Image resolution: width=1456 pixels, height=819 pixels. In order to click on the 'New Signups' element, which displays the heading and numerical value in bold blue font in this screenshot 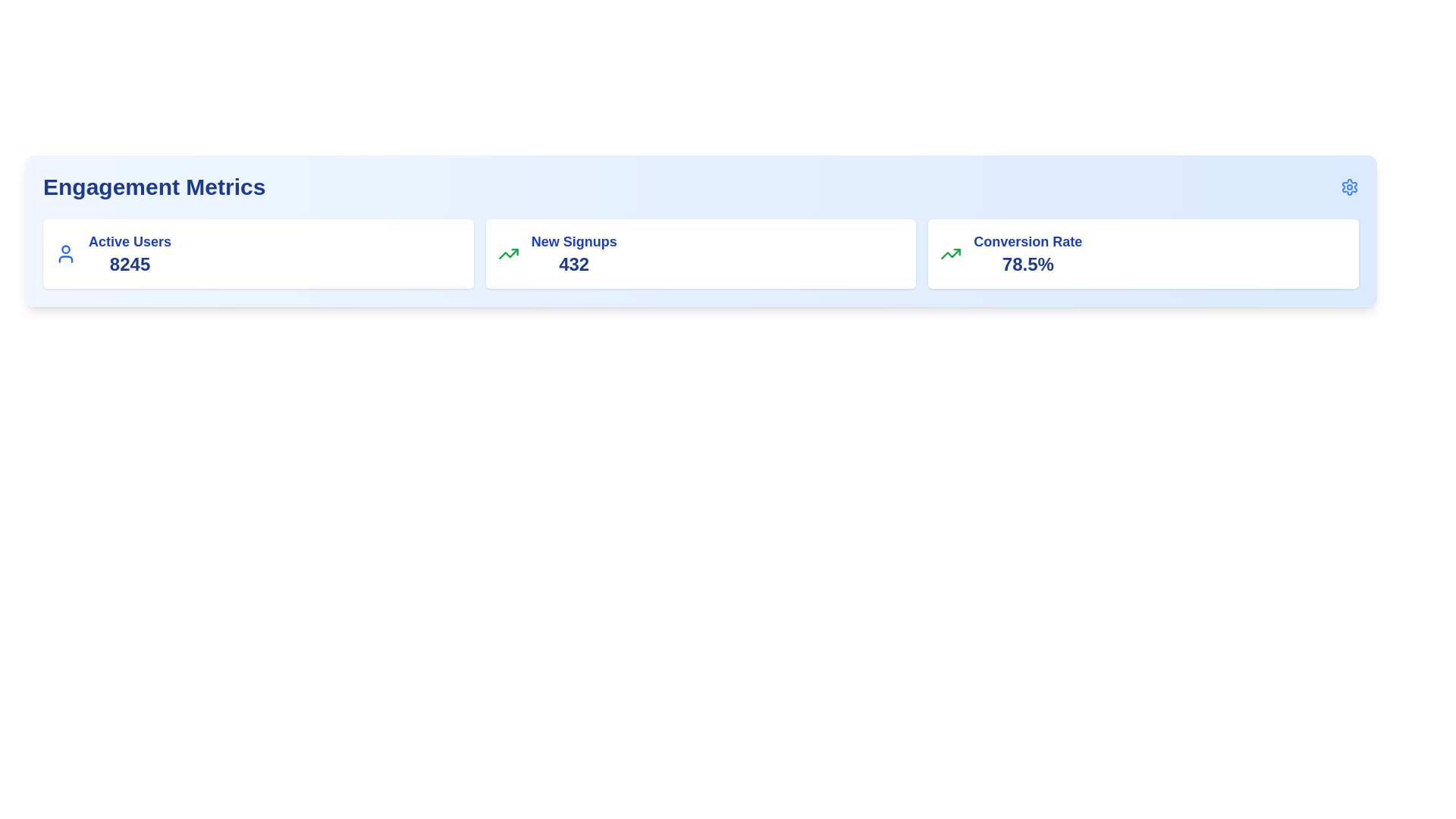, I will do `click(573, 253)`.